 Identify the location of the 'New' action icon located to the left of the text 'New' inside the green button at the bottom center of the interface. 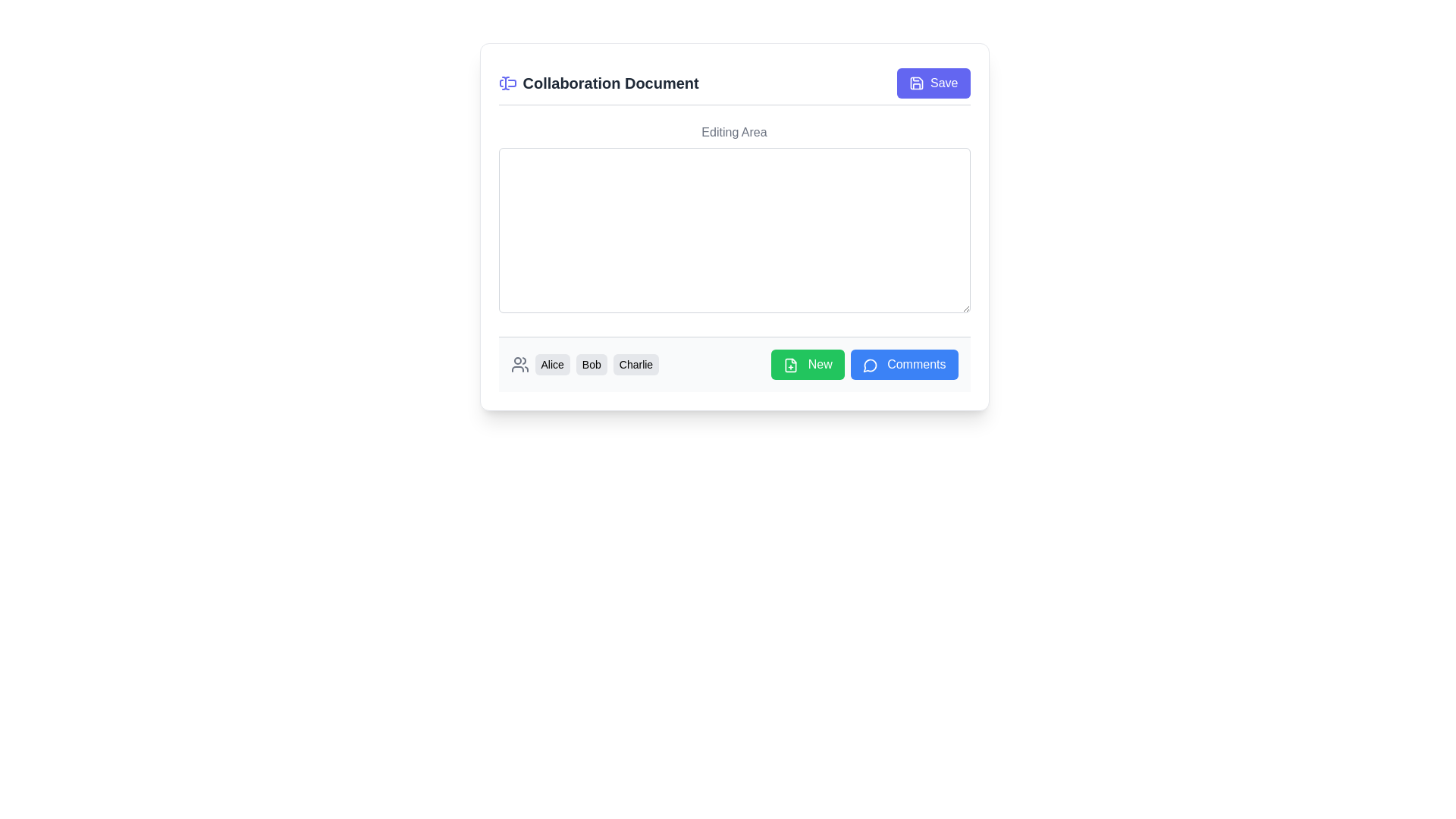
(790, 365).